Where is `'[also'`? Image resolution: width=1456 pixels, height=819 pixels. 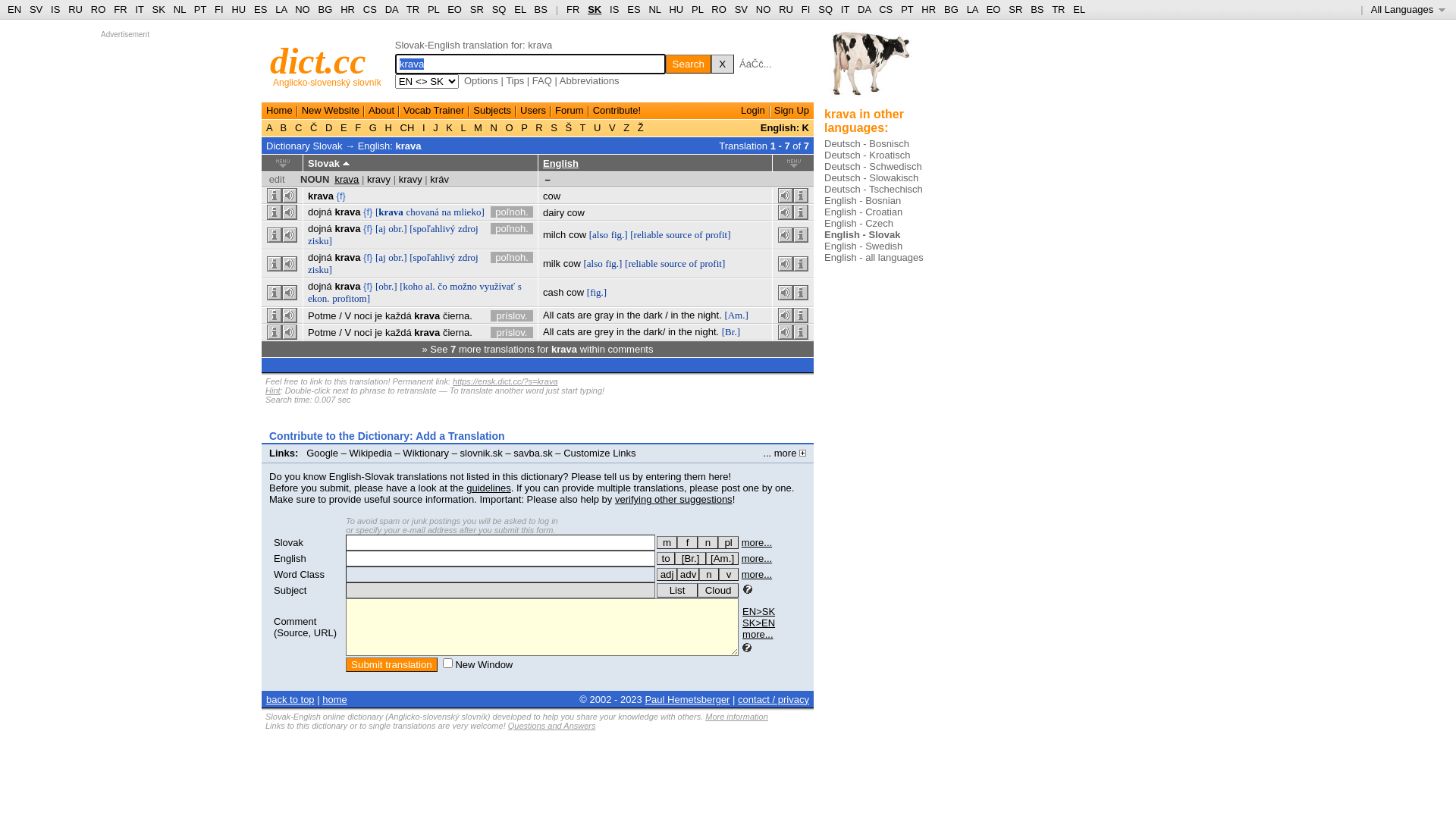 '[also' is located at coordinates (598, 234).